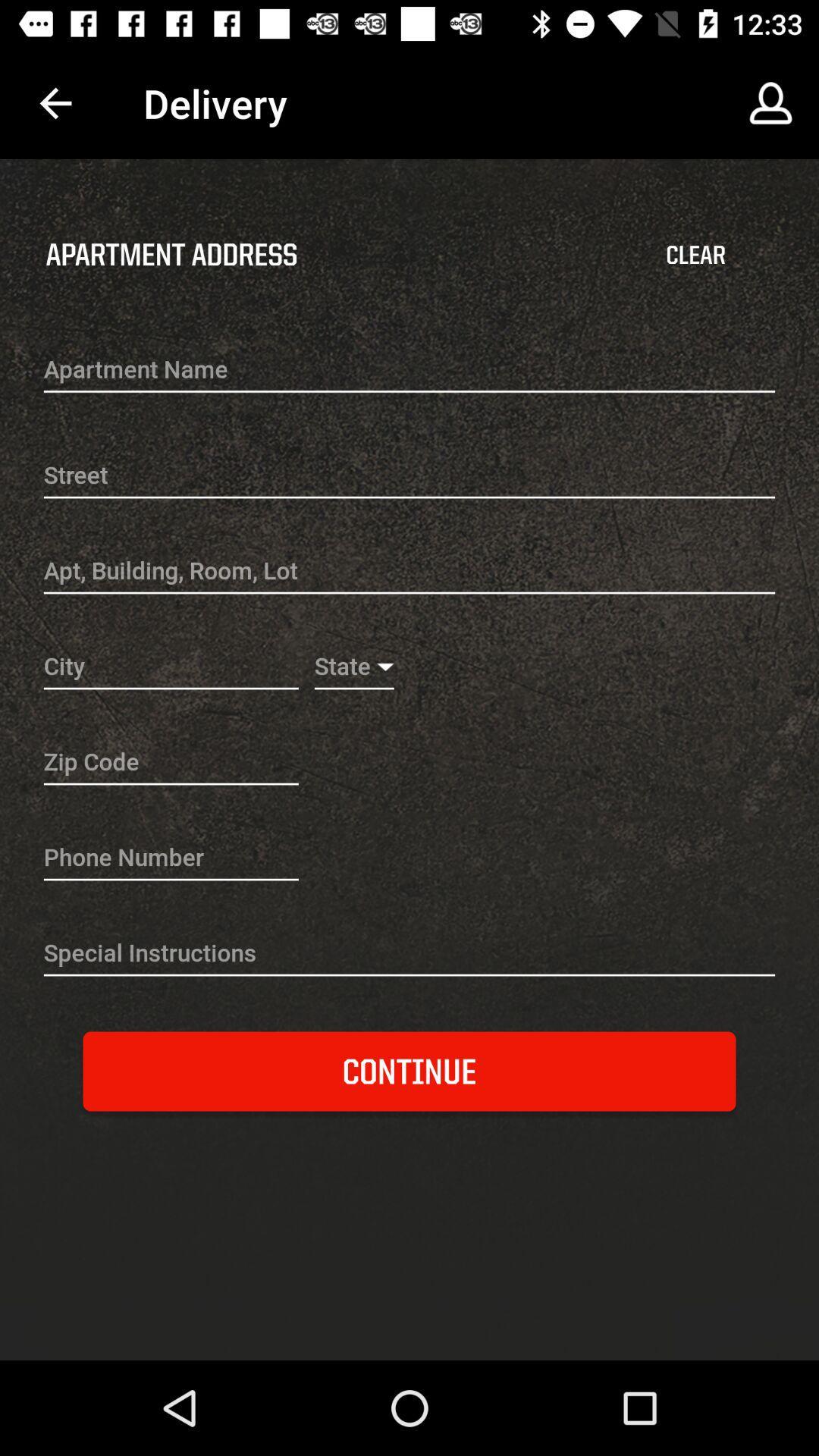 The height and width of the screenshot is (1456, 819). What do you see at coordinates (695, 255) in the screenshot?
I see `the clear item` at bounding box center [695, 255].